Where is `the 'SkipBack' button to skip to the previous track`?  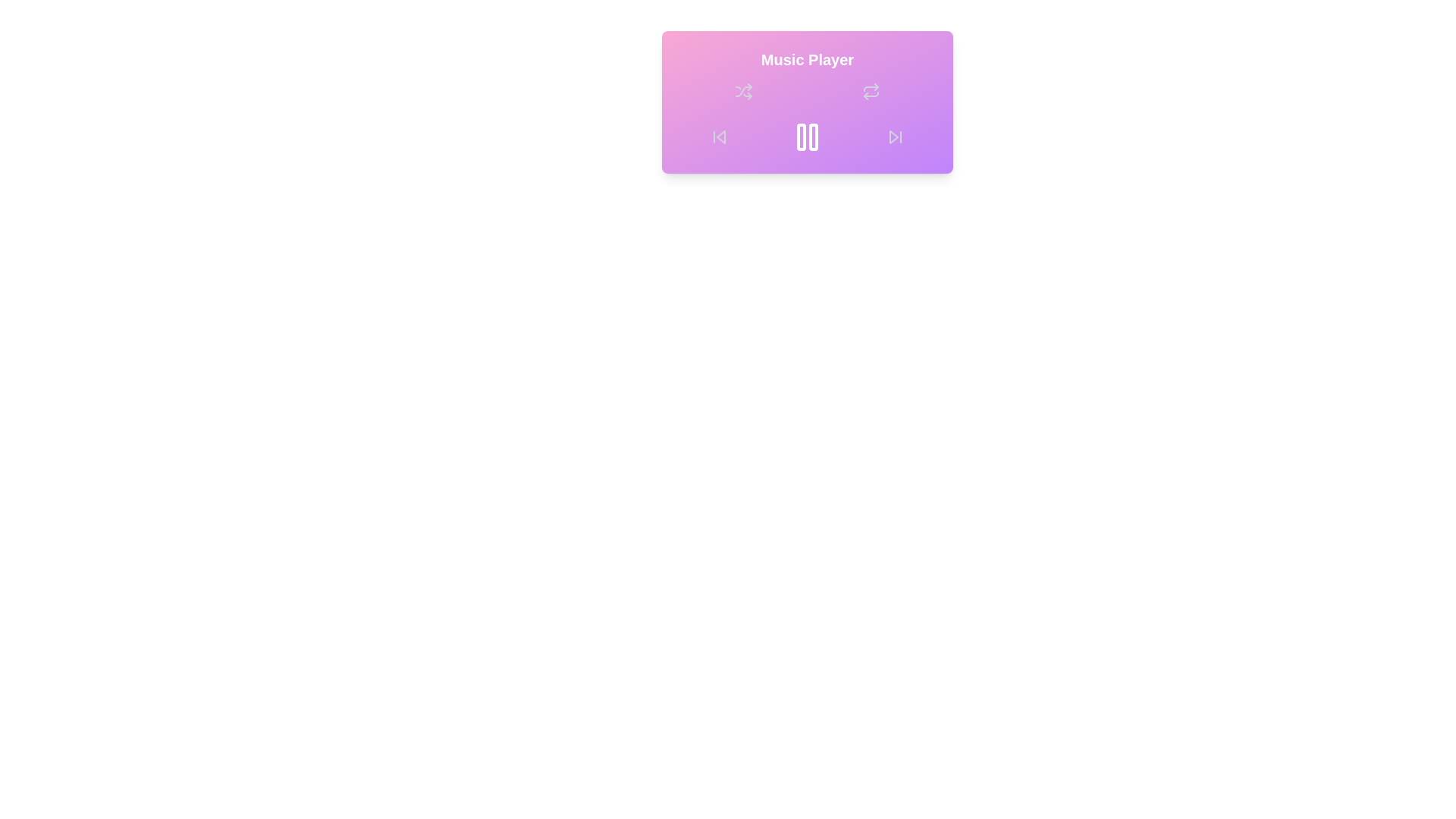 the 'SkipBack' button to skip to the previous track is located at coordinates (719, 137).